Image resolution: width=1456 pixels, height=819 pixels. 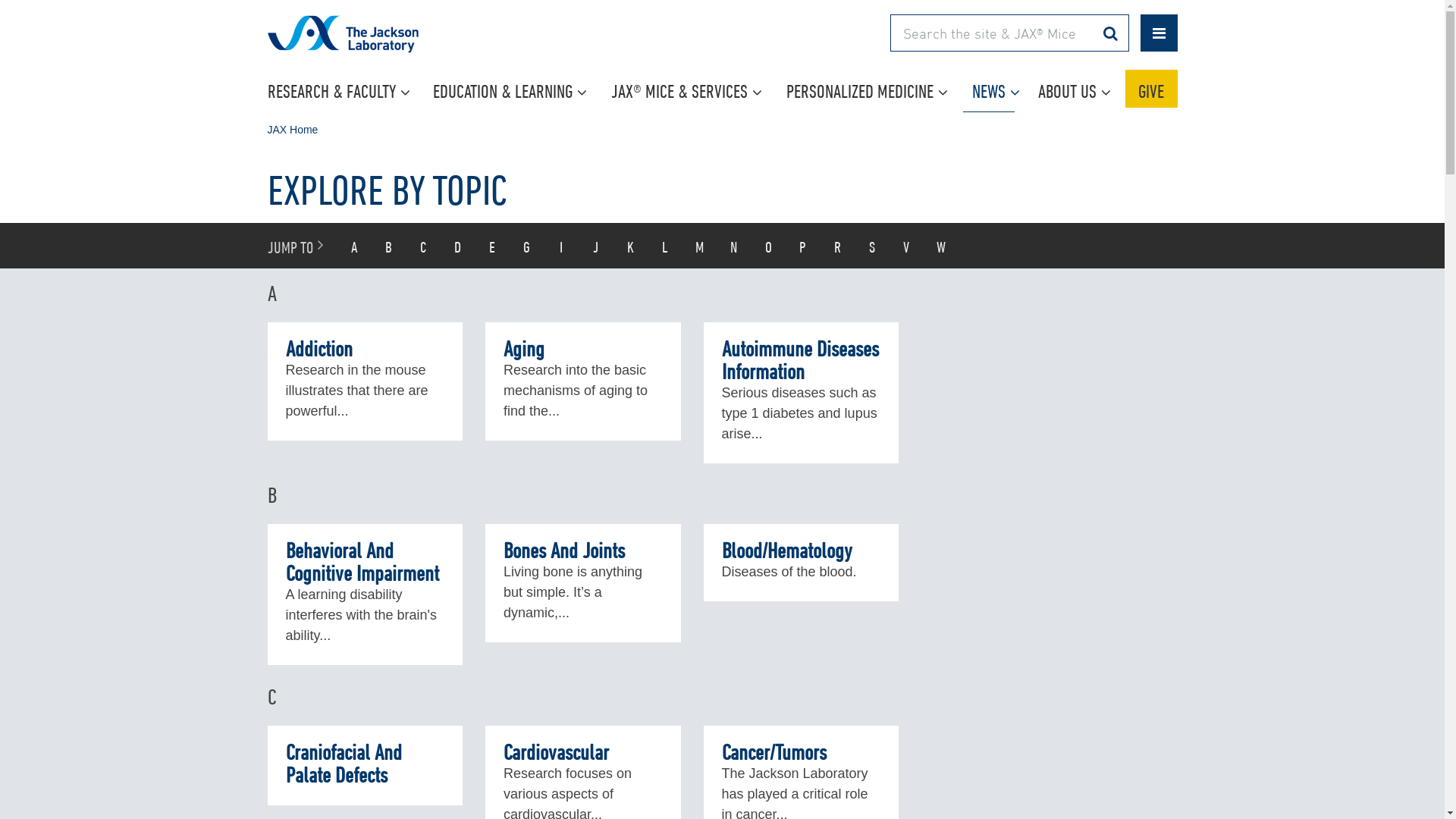 What do you see at coordinates (734, 245) in the screenshot?
I see `'N'` at bounding box center [734, 245].